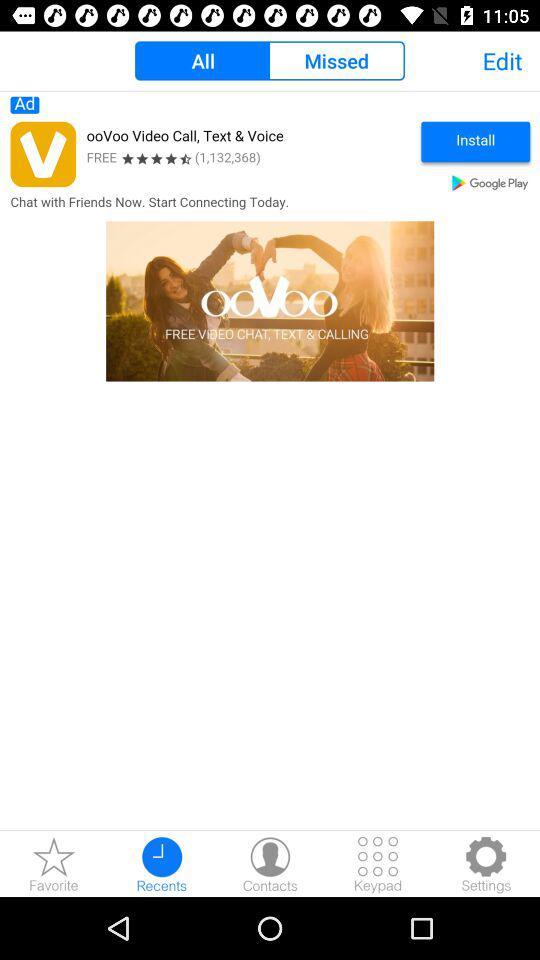  What do you see at coordinates (161, 863) in the screenshot?
I see `recent buttons` at bounding box center [161, 863].